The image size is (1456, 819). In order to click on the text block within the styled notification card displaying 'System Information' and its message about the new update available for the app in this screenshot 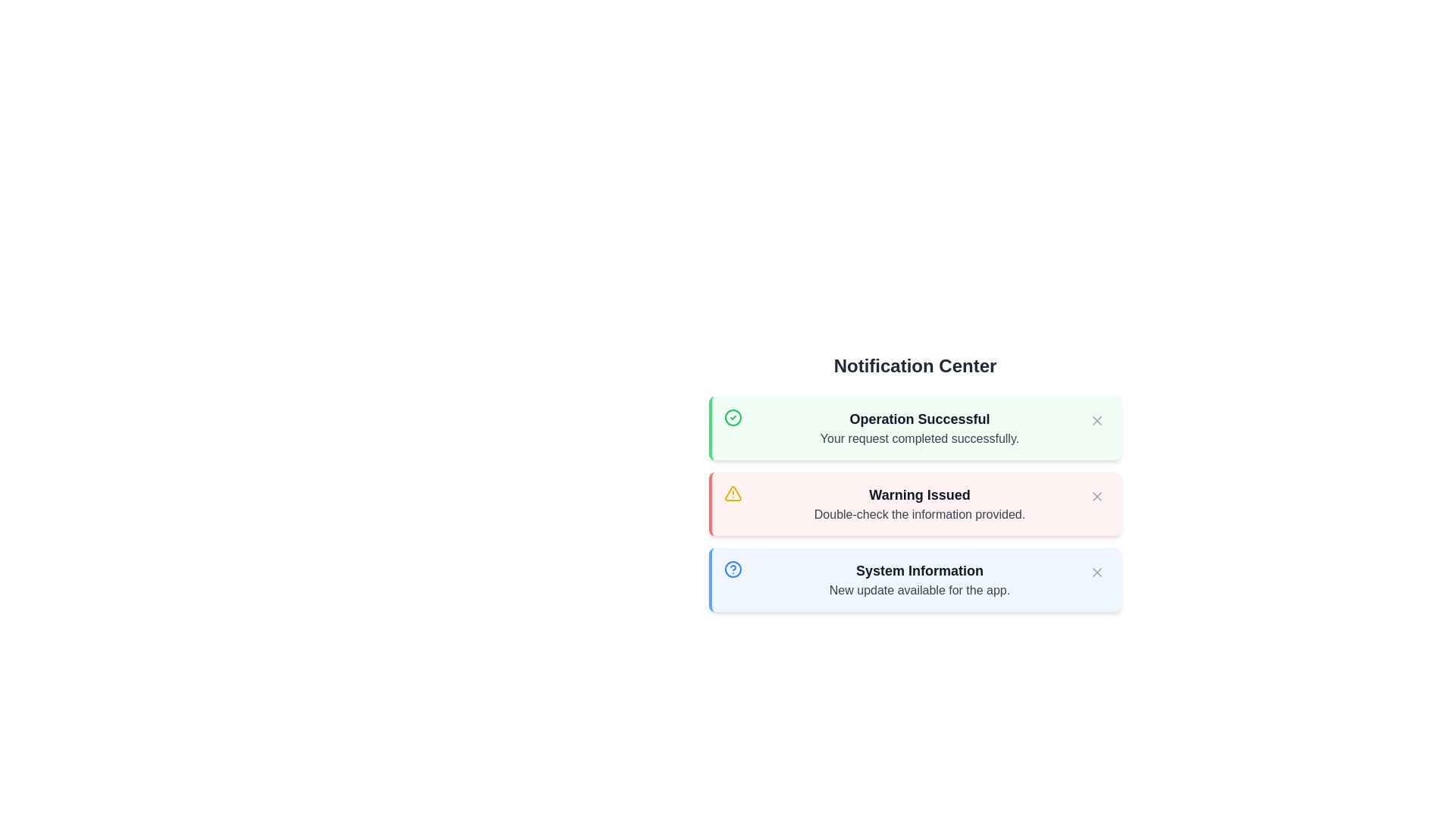, I will do `click(919, 579)`.